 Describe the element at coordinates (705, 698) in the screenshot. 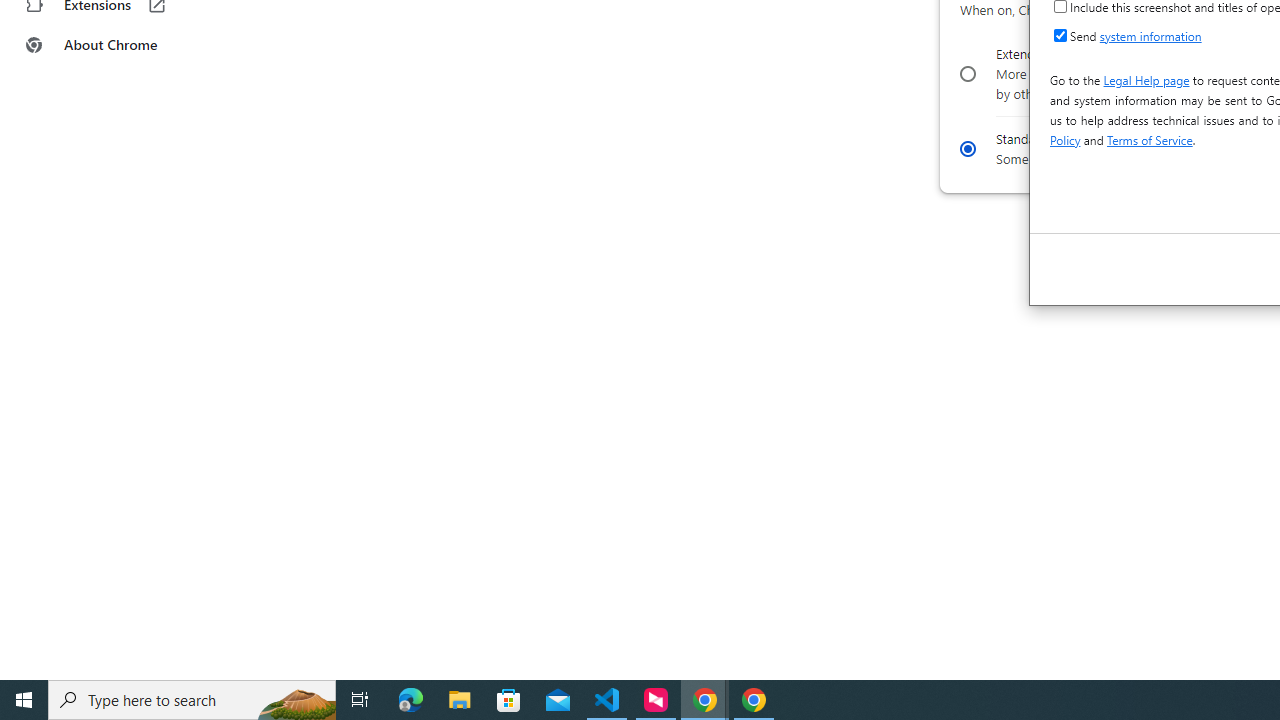

I see `'Google Chrome - 3 running windows'` at that location.